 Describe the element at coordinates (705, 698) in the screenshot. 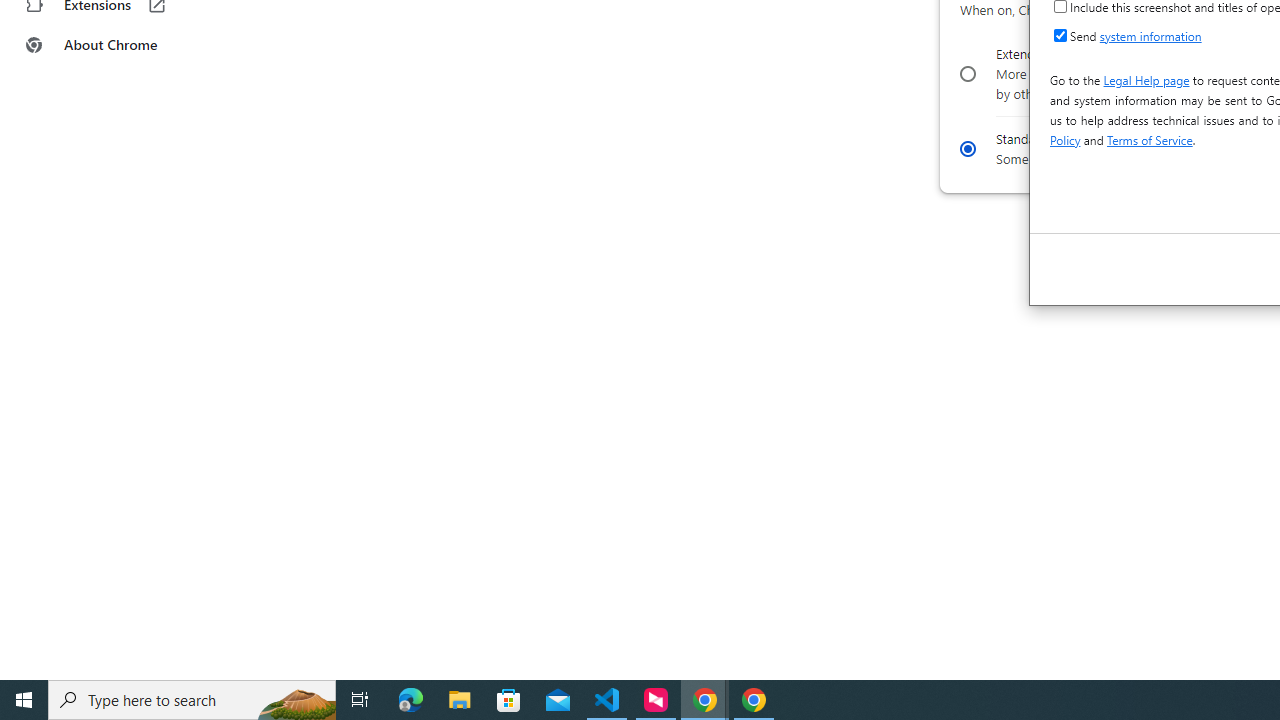

I see `'Google Chrome - 3 running windows'` at that location.